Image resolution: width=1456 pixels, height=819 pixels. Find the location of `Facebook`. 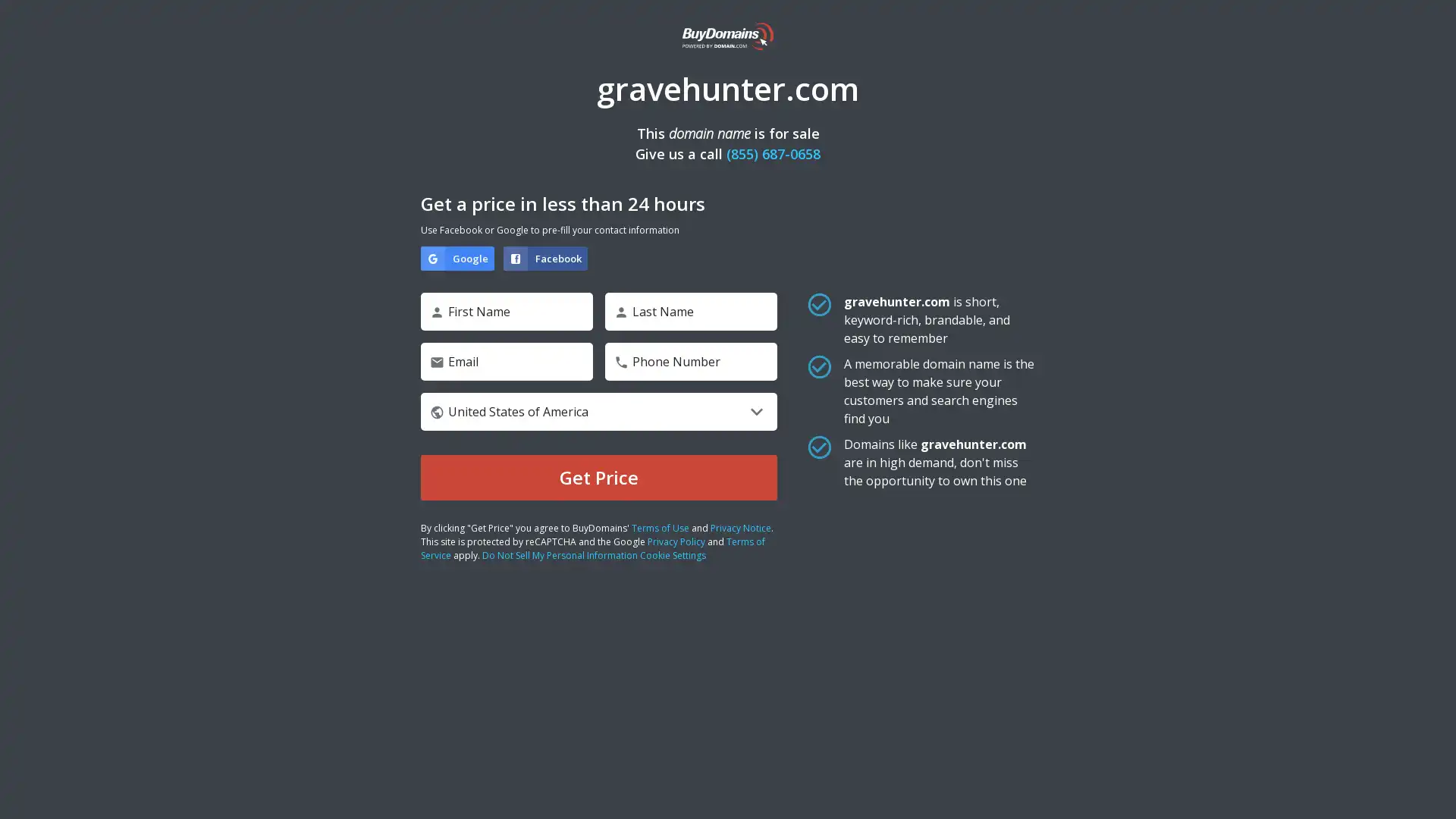

Facebook is located at coordinates (545, 257).